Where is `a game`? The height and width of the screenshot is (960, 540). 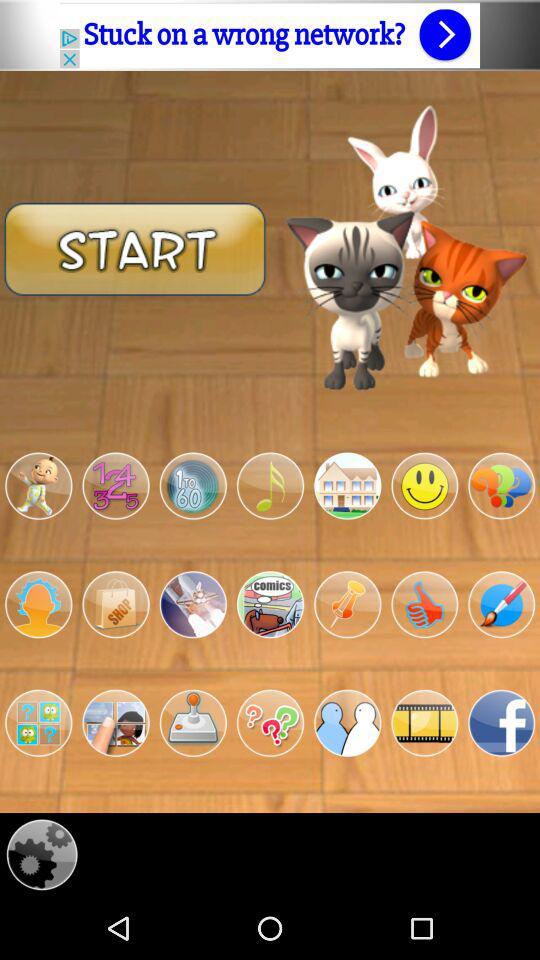 a game is located at coordinates (270, 485).